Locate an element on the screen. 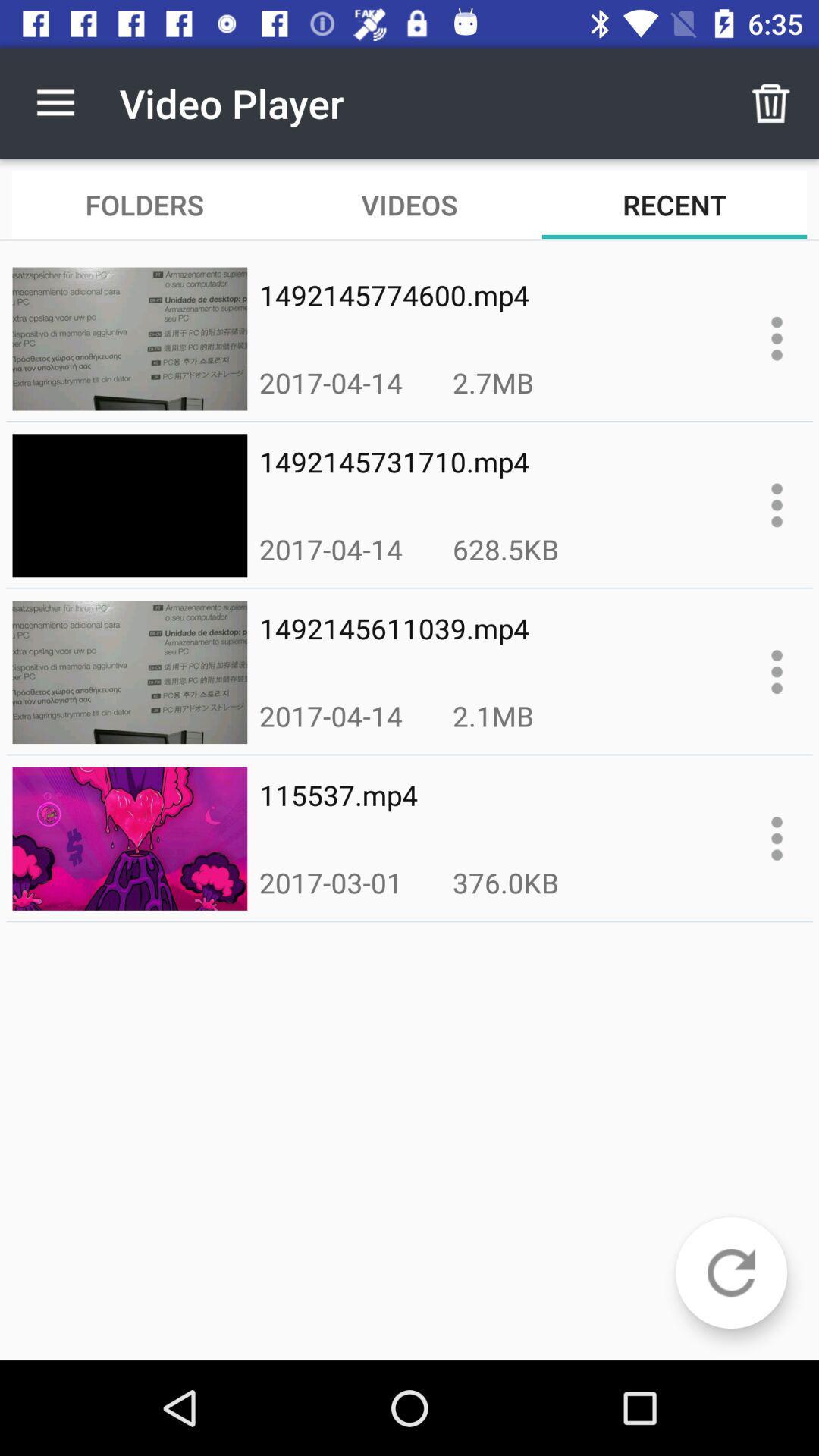 The width and height of the screenshot is (819, 1456). item above the folders item is located at coordinates (55, 102).